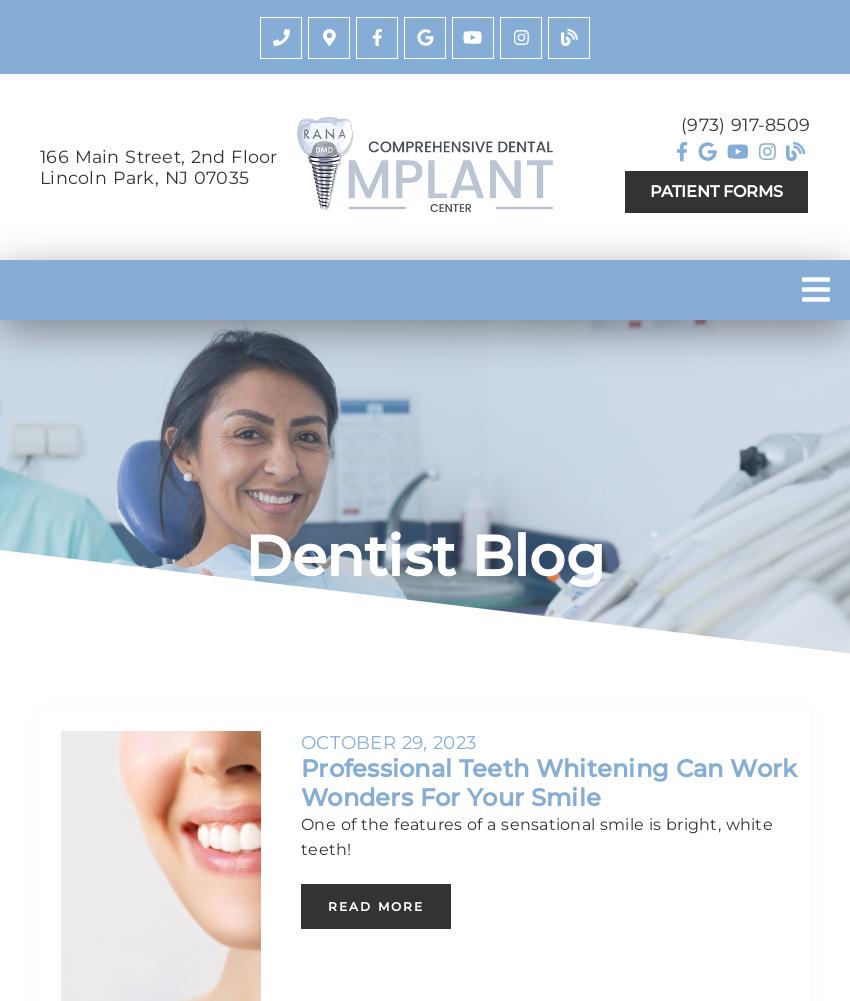 This screenshot has width=850, height=1001. What do you see at coordinates (535, 835) in the screenshot?
I see `'One of the features of a sensational smile is bright, white teeth!'` at bounding box center [535, 835].